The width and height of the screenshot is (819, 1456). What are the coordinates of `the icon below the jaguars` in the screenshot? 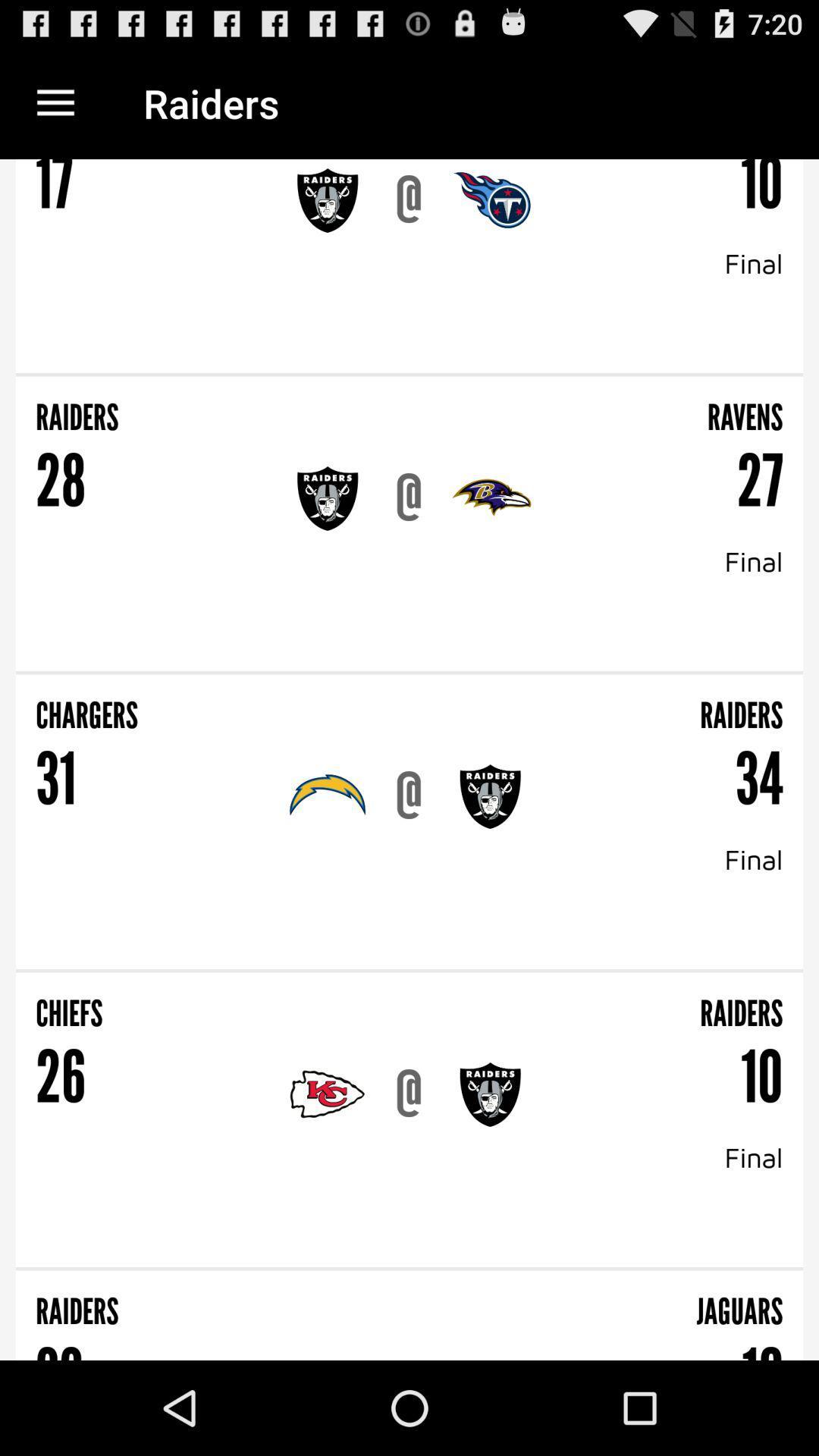 It's located at (762, 1347).